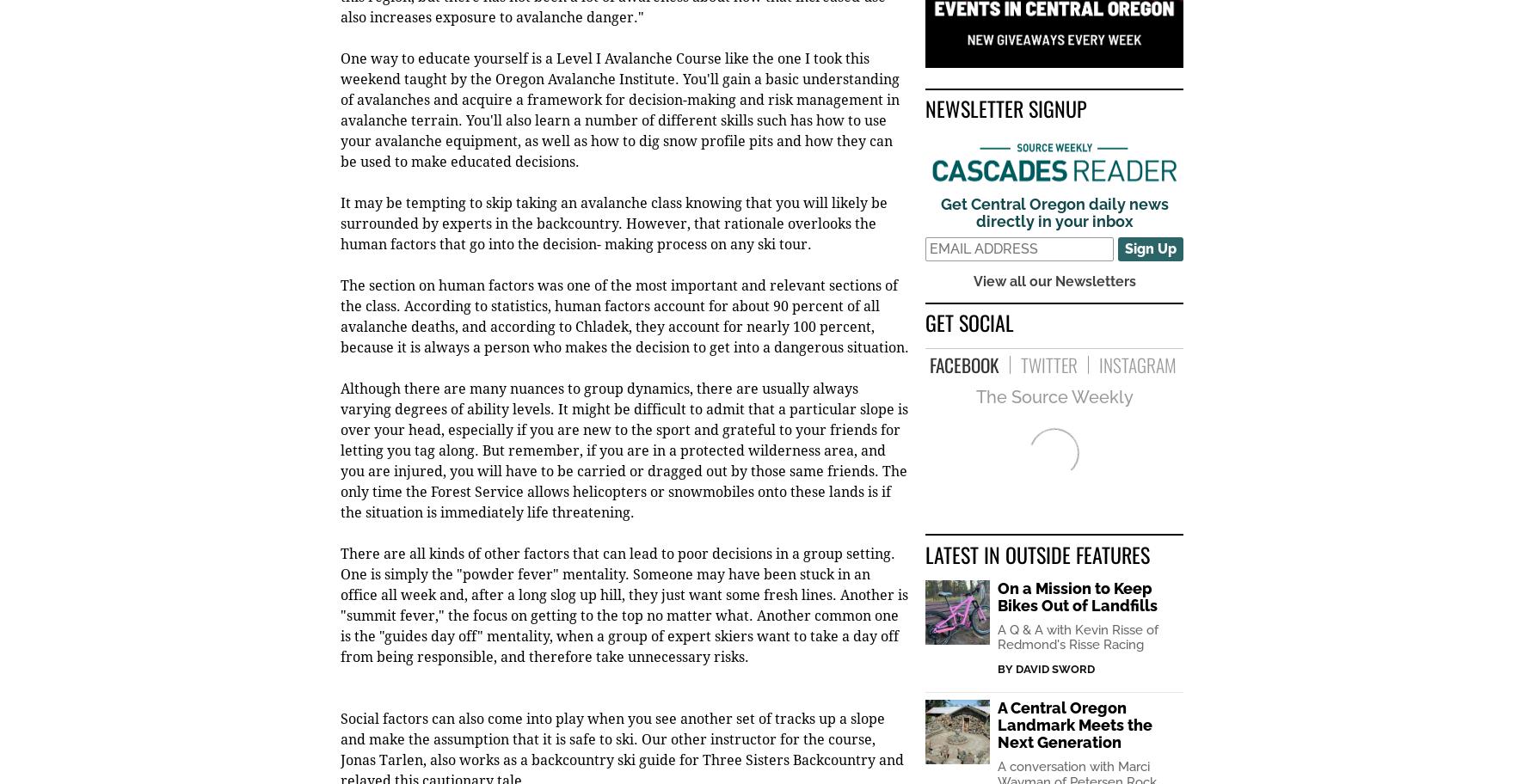 This screenshot has height=784, width=1524. What do you see at coordinates (968, 323) in the screenshot?
I see `'Get Social'` at bounding box center [968, 323].